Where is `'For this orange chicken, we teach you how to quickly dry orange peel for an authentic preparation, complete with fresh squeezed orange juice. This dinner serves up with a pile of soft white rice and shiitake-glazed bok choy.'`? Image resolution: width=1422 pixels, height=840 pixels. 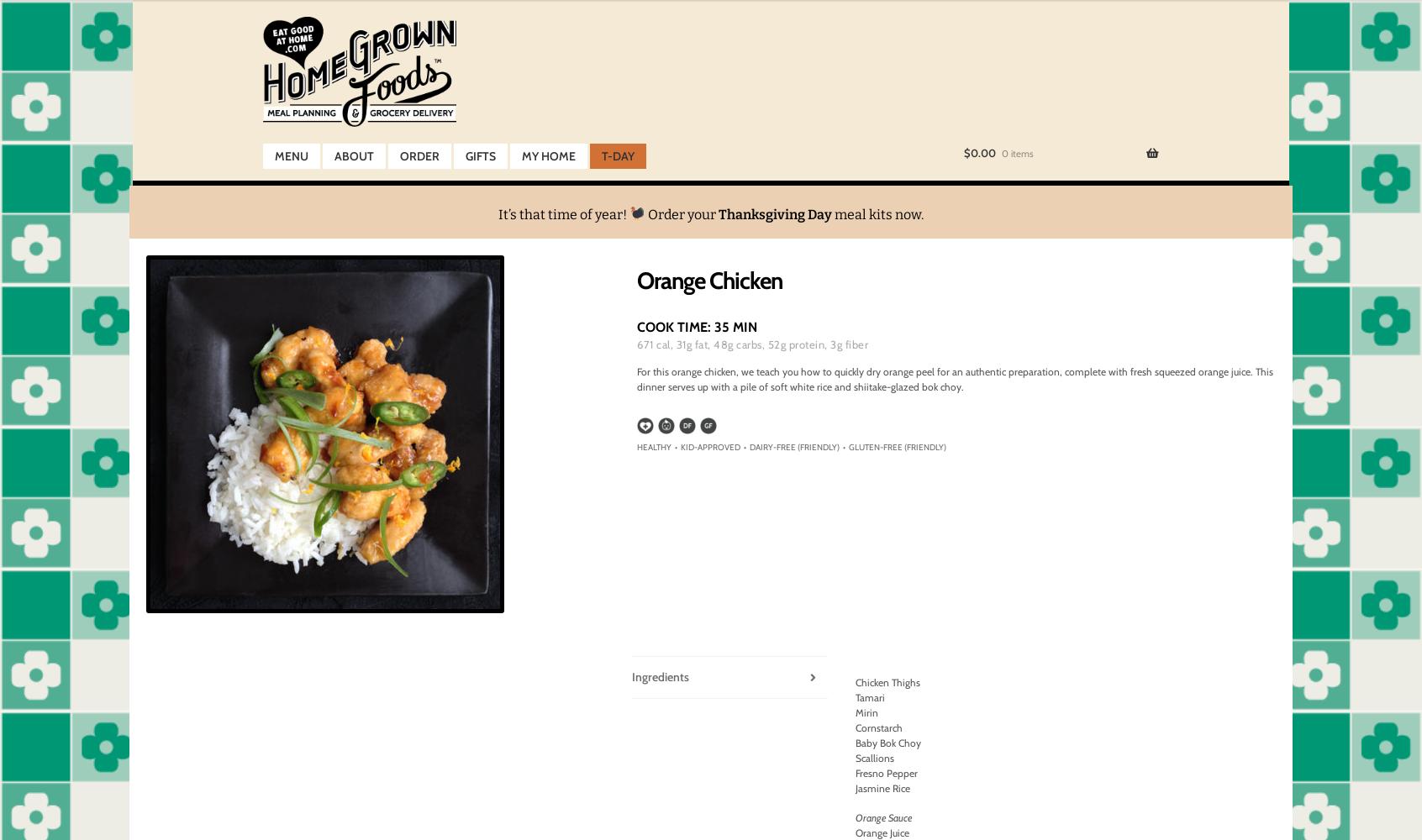
'For this orange chicken, we teach you how to quickly dry orange peel for an authentic preparation, complete with fresh squeezed orange juice. This dinner serves up with a pile of soft white rice and shiitake-glazed bok choy.' is located at coordinates (954, 378).